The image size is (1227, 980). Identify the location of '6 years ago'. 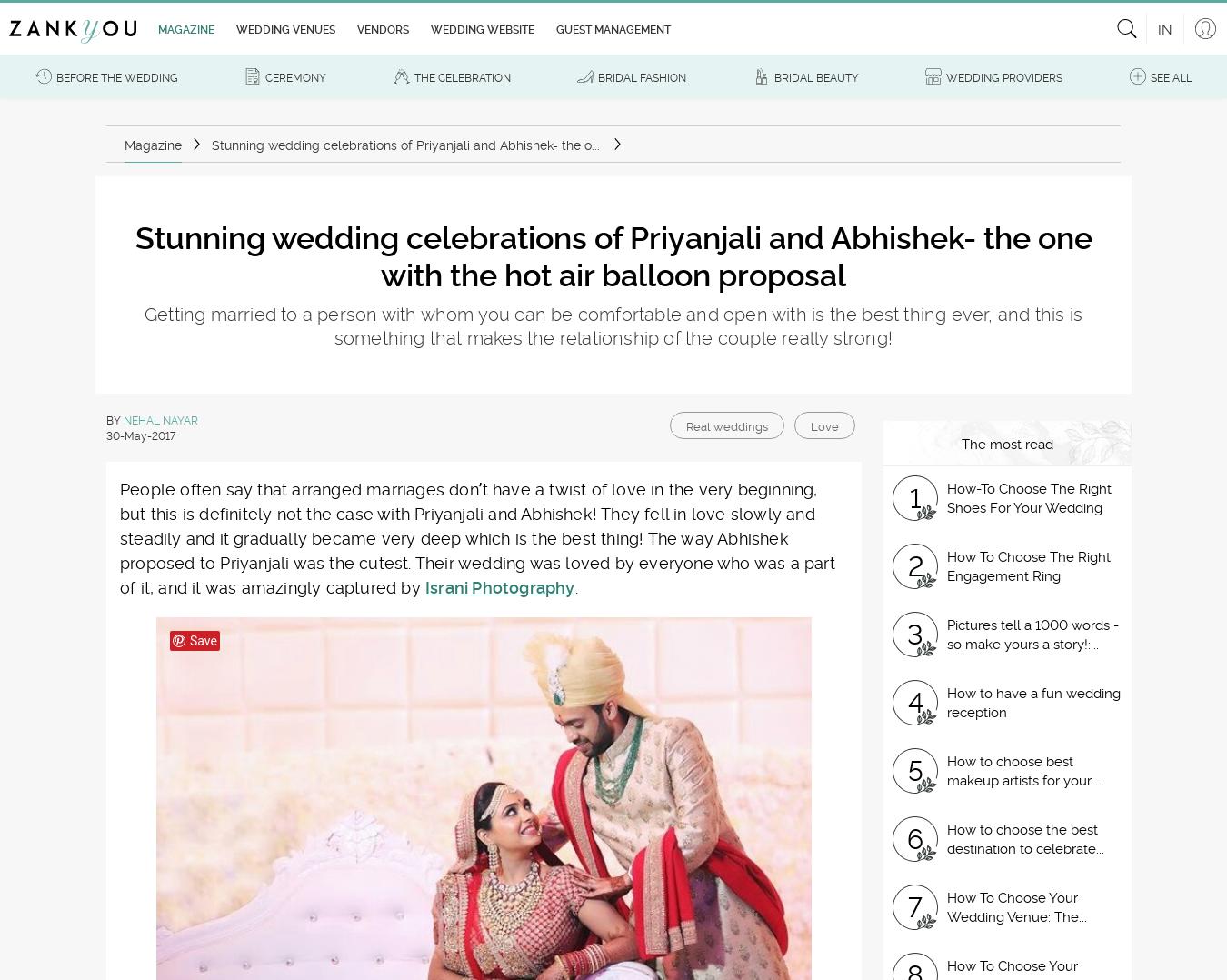
(199, 477).